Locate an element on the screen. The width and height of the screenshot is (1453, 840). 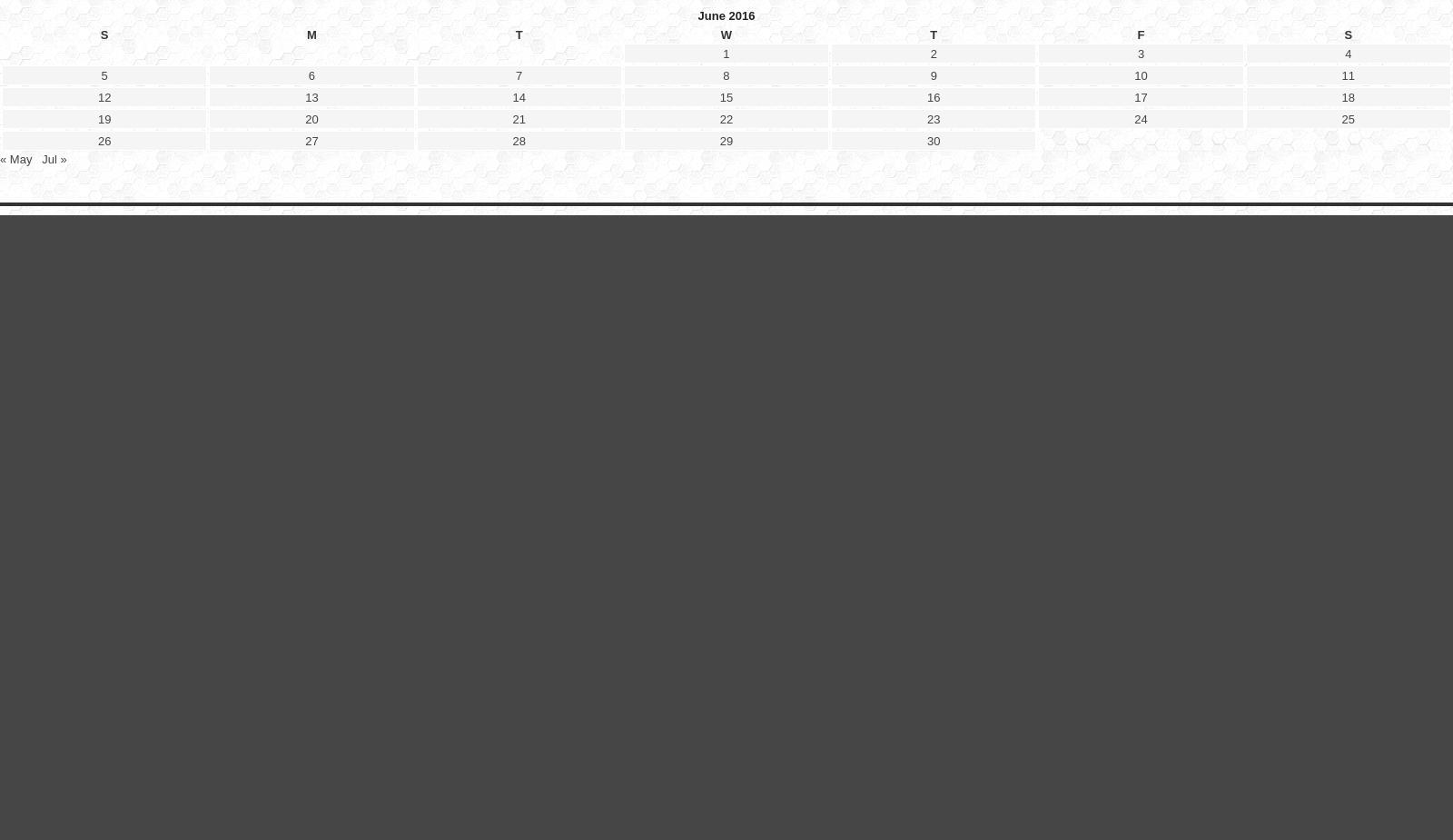
'20' is located at coordinates (311, 566).